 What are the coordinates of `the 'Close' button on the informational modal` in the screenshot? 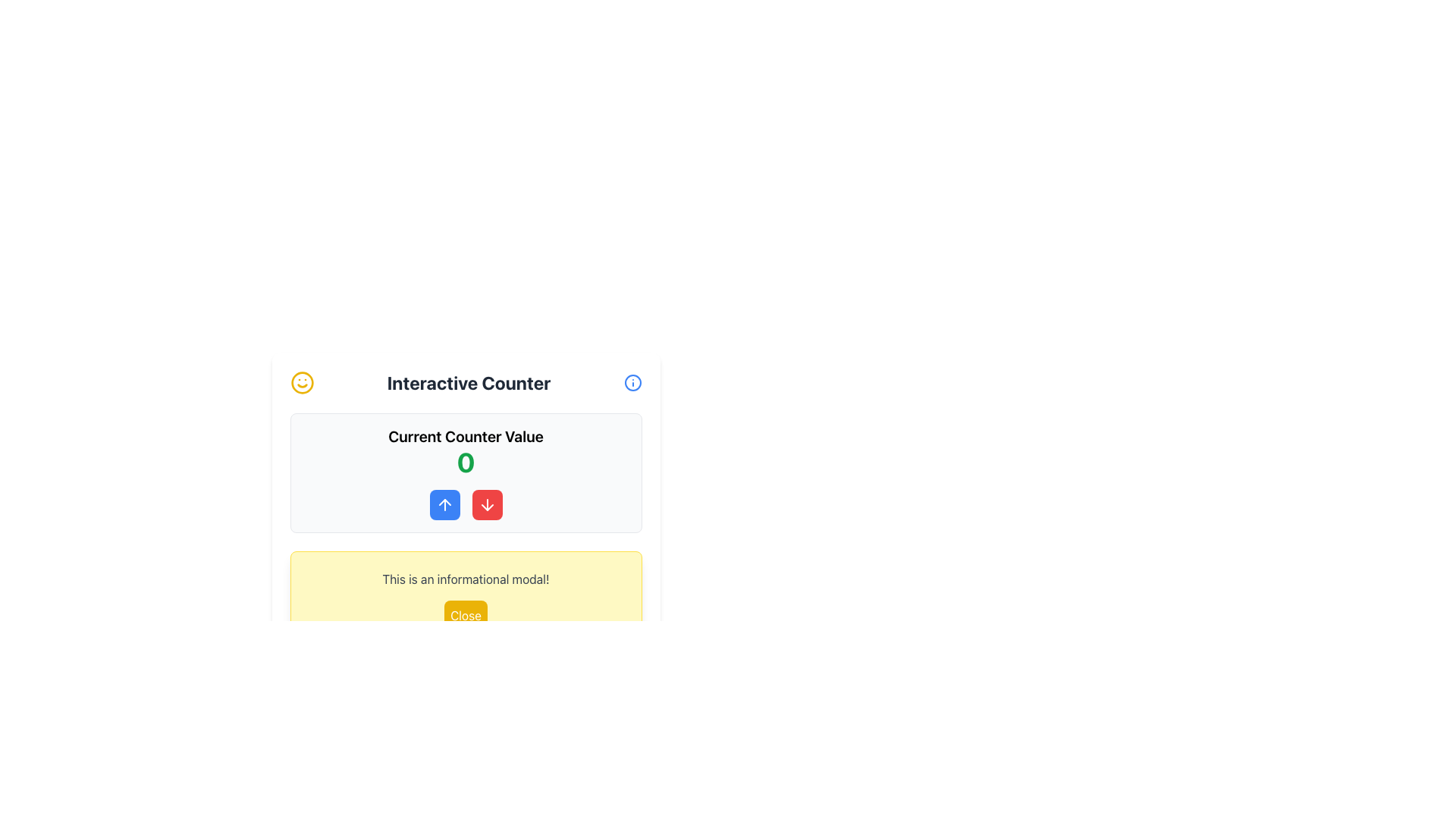 It's located at (465, 599).